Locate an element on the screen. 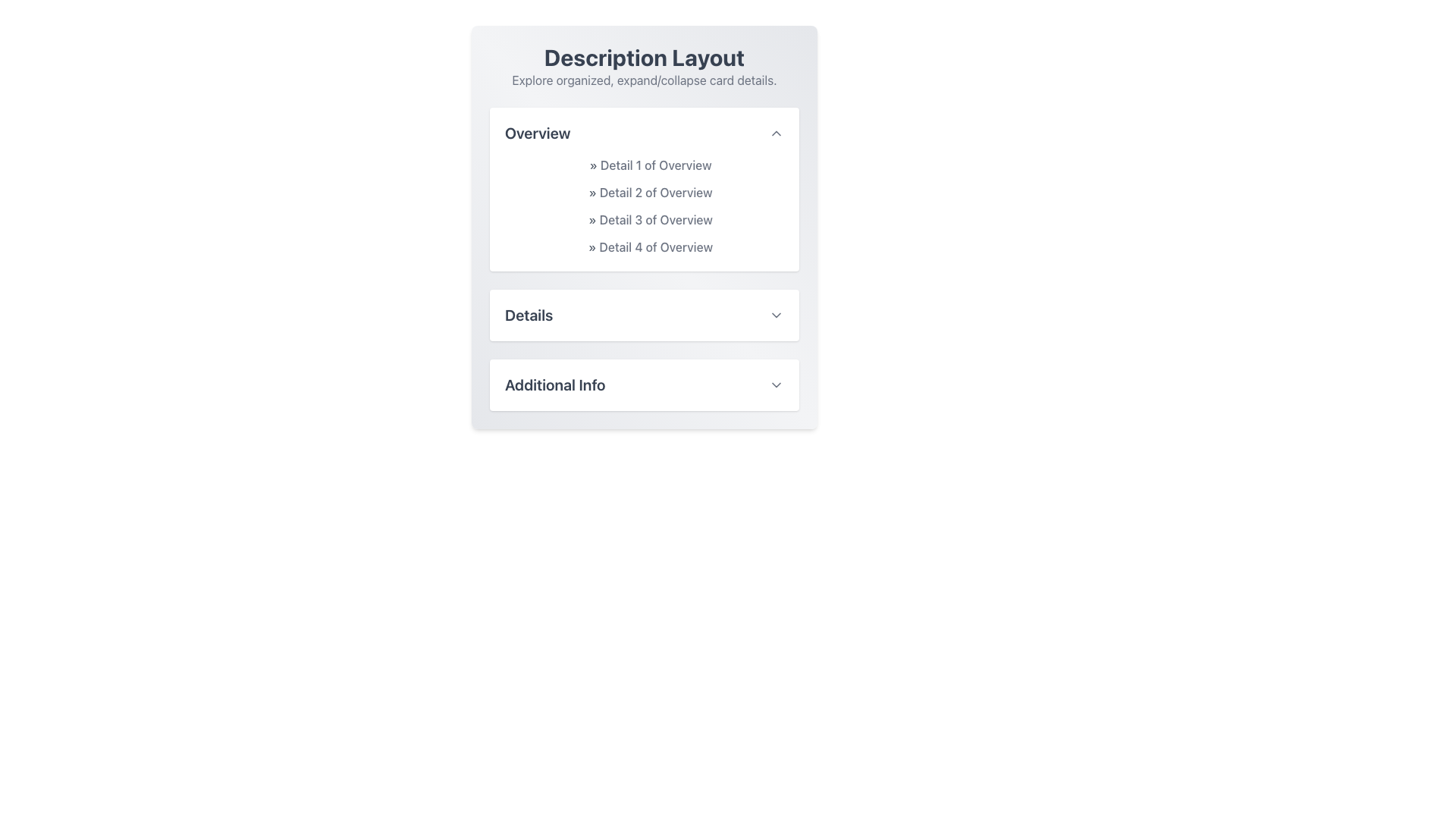 The width and height of the screenshot is (1456, 819). the first text label or heading in the 'Overview' section, which categorizes or identifies a sub-section within that context is located at coordinates (644, 165).